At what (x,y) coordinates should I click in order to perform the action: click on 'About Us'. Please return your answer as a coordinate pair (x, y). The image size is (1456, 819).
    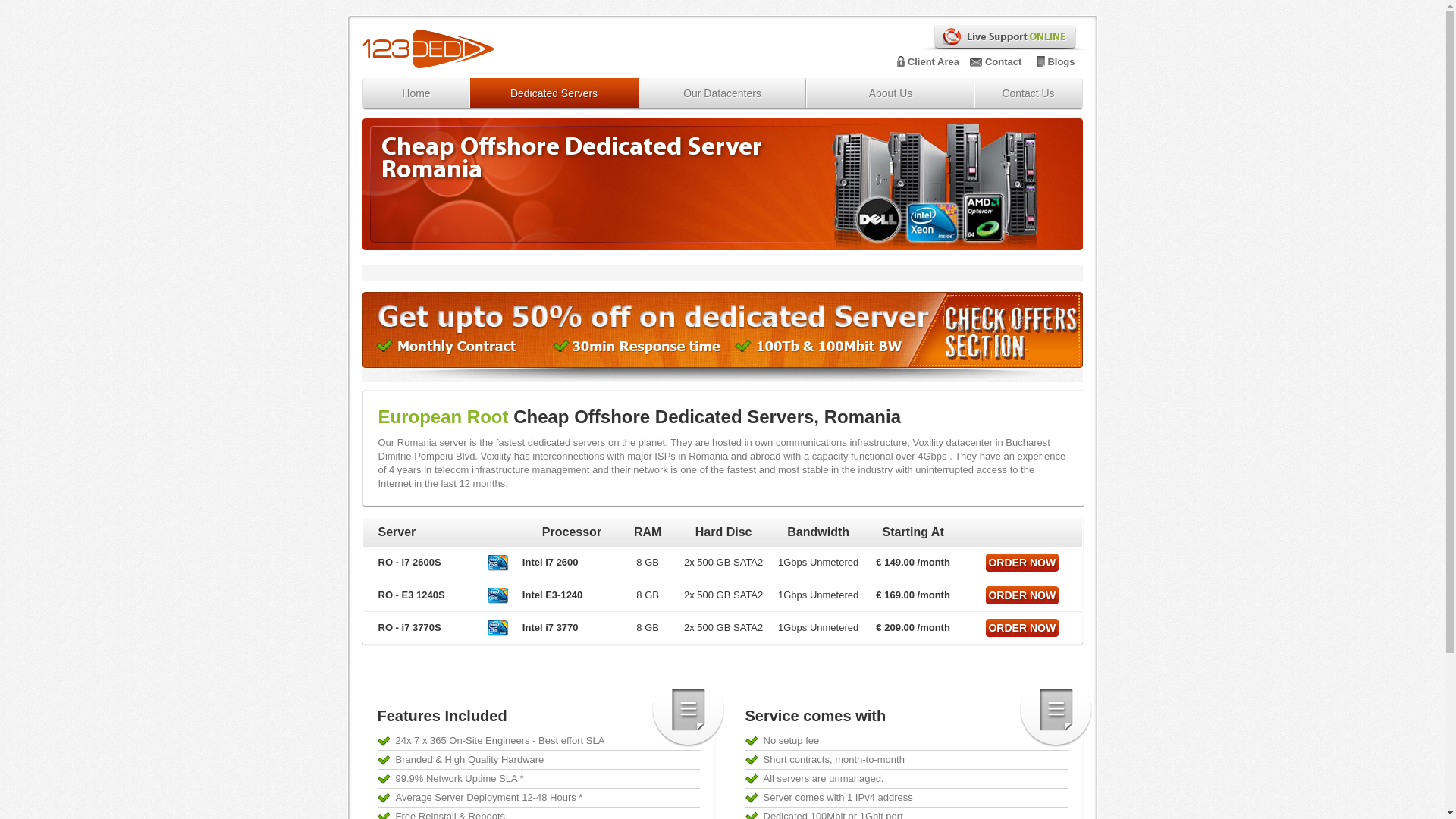
    Looking at the image, I should click on (806, 93).